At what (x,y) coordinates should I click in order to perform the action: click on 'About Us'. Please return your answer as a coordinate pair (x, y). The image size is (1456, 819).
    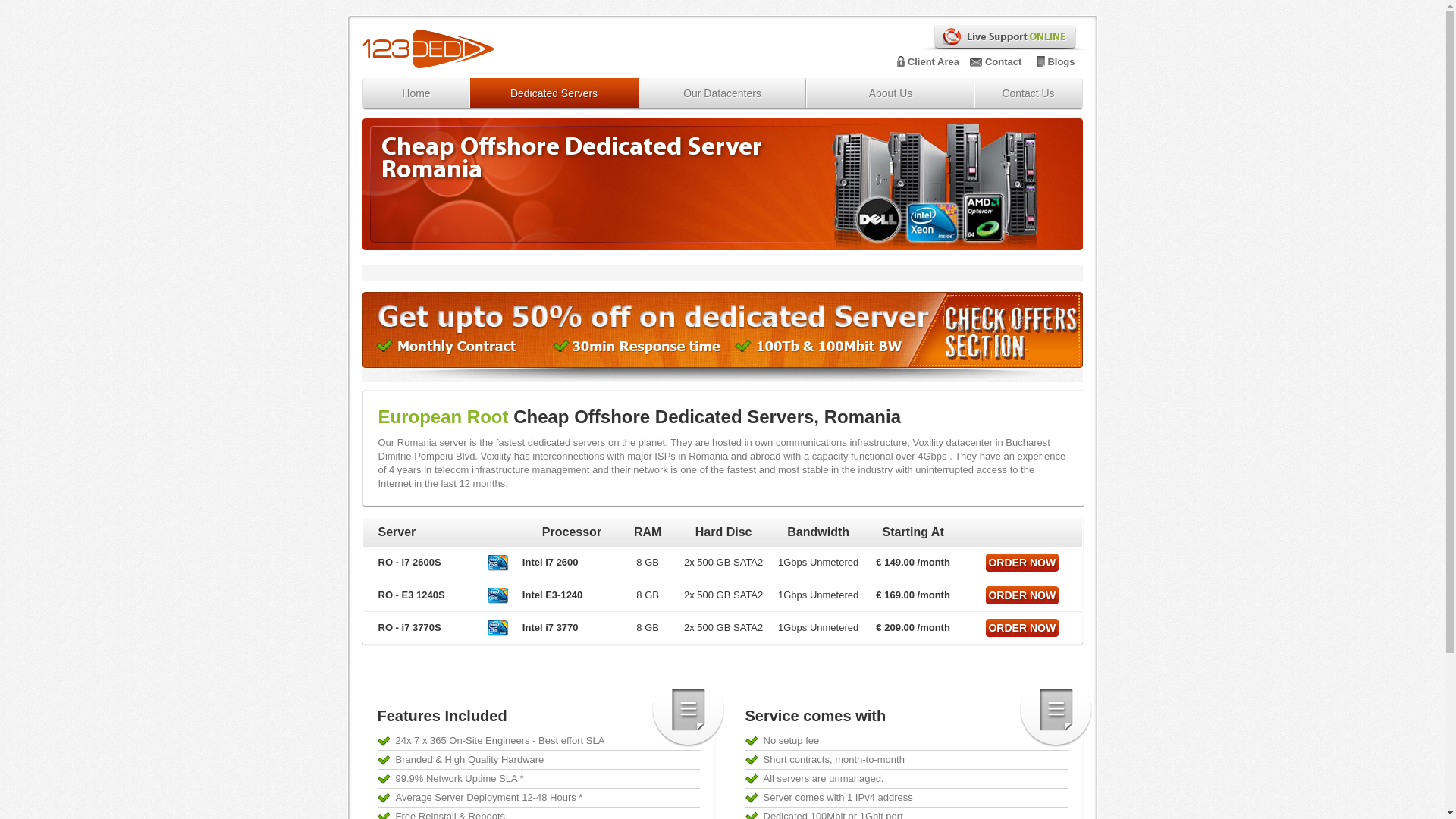
    Looking at the image, I should click on (806, 93).